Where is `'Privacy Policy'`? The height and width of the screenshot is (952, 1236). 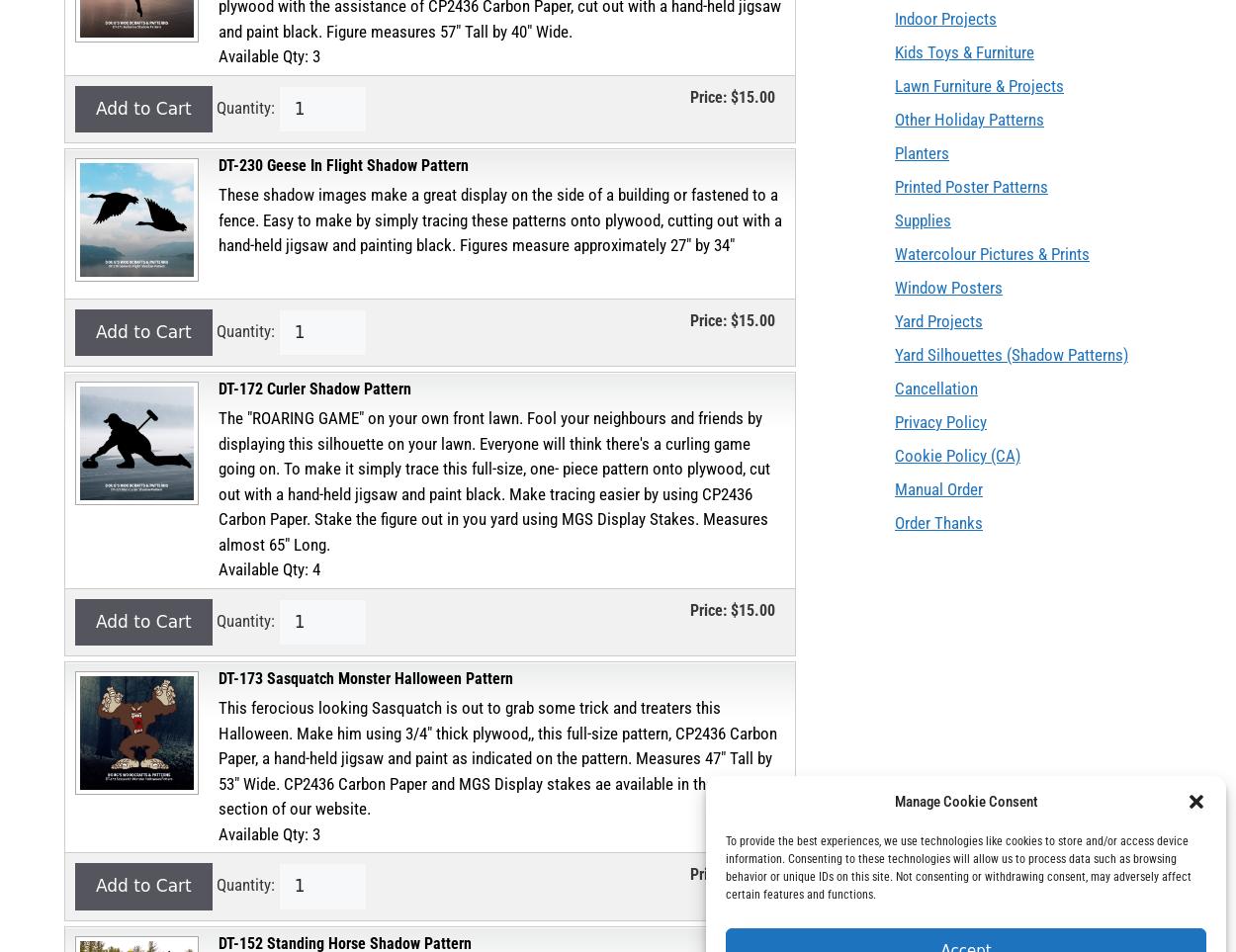 'Privacy Policy' is located at coordinates (939, 421).